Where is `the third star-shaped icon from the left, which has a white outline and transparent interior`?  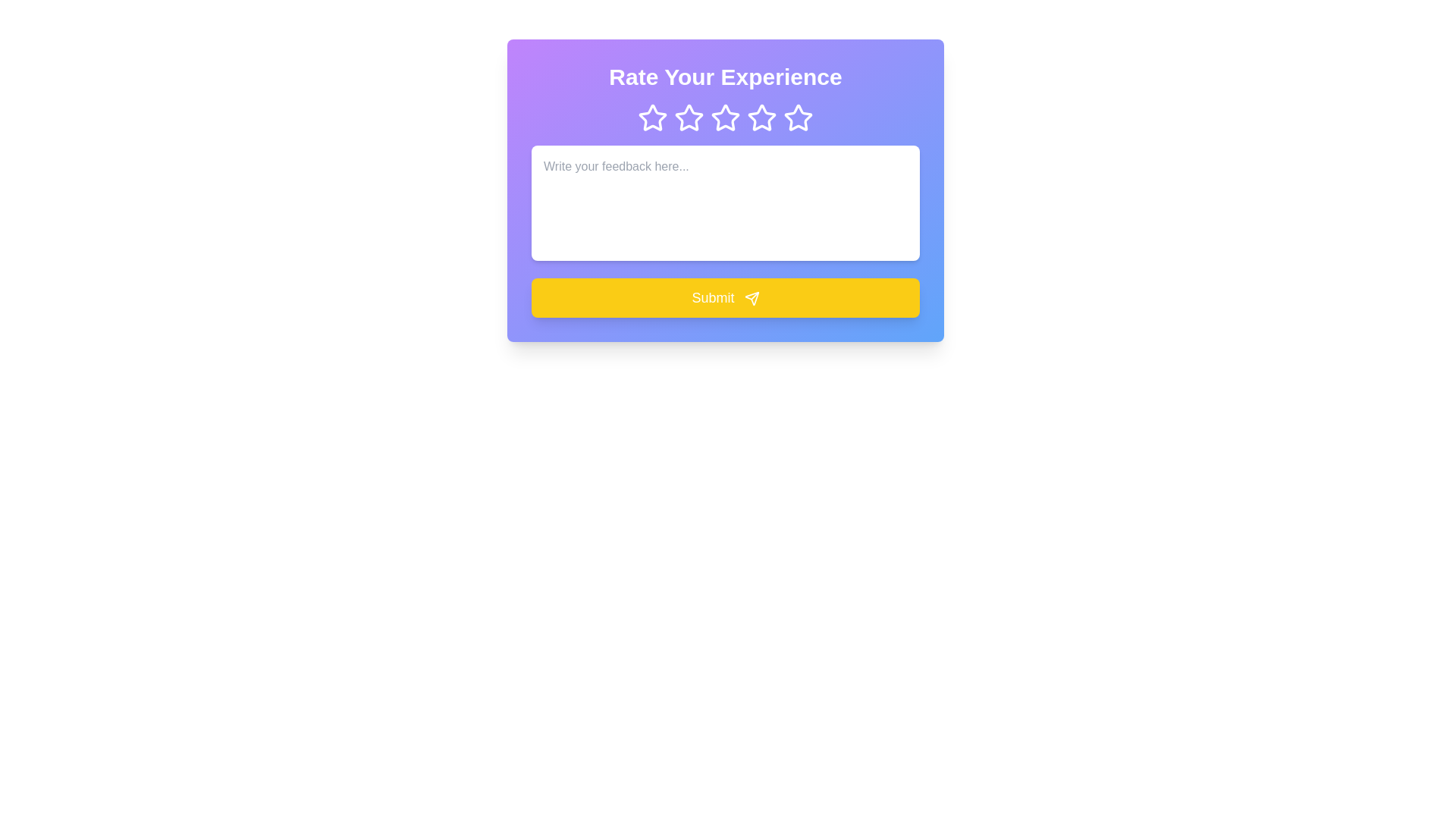 the third star-shaped icon from the left, which has a white outline and transparent interior is located at coordinates (761, 116).